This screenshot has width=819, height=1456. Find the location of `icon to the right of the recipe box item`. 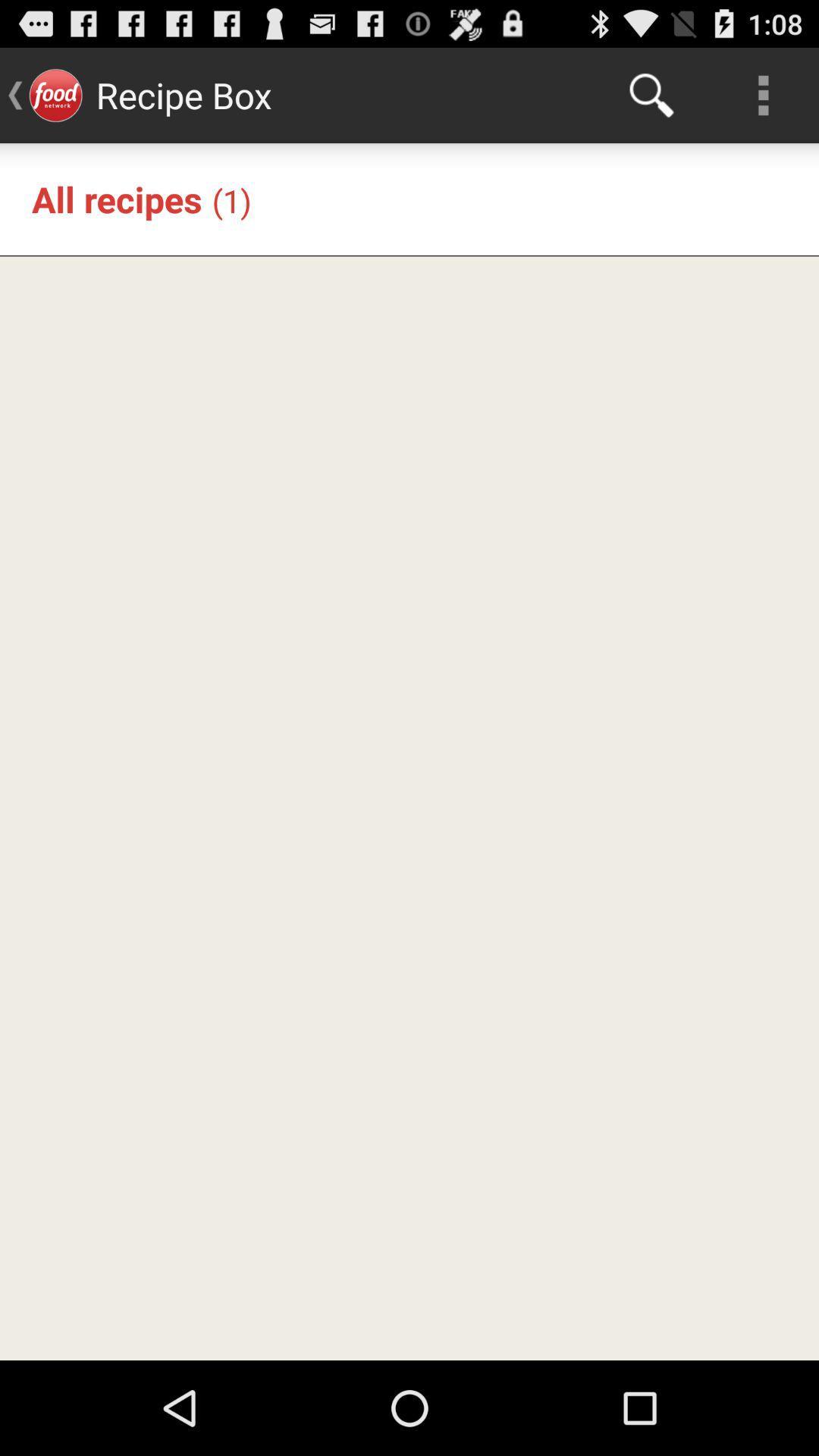

icon to the right of the recipe box item is located at coordinates (651, 94).